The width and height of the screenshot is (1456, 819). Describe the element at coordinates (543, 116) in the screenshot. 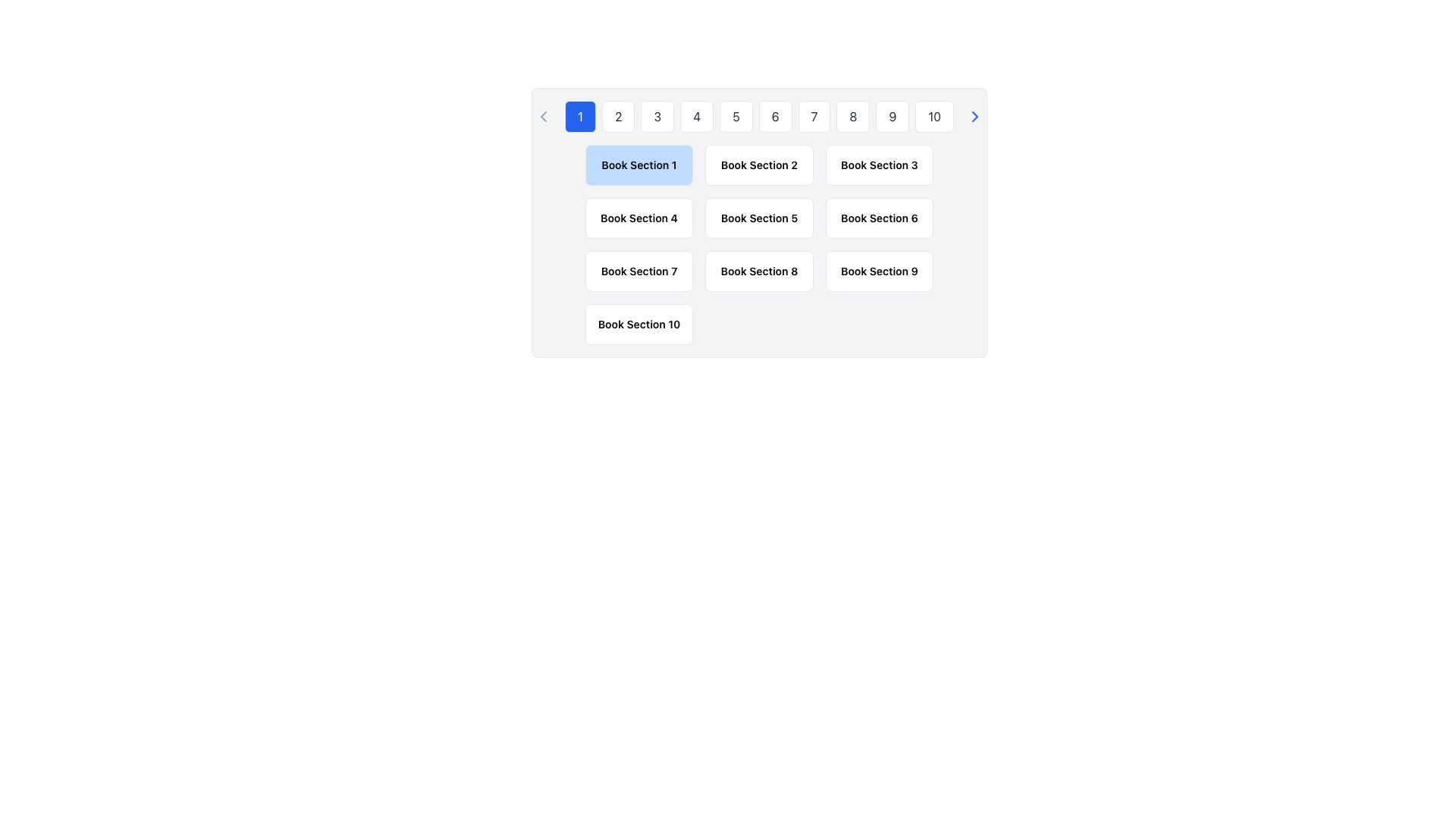

I see `the leftmost icon button in the top navigation bar of the pagination interface` at that location.